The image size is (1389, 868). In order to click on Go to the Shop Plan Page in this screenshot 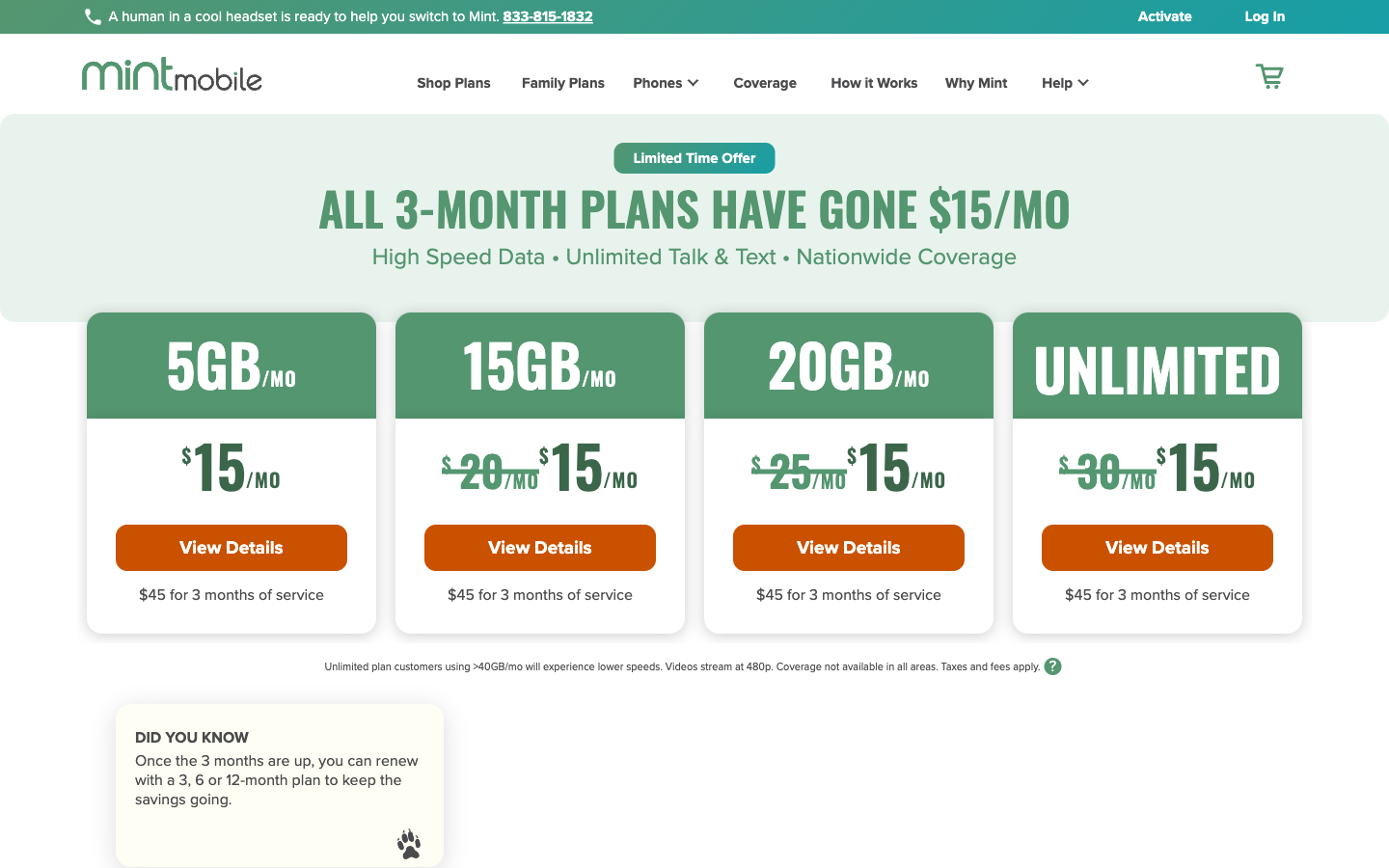, I will do `click(442, 85)`.